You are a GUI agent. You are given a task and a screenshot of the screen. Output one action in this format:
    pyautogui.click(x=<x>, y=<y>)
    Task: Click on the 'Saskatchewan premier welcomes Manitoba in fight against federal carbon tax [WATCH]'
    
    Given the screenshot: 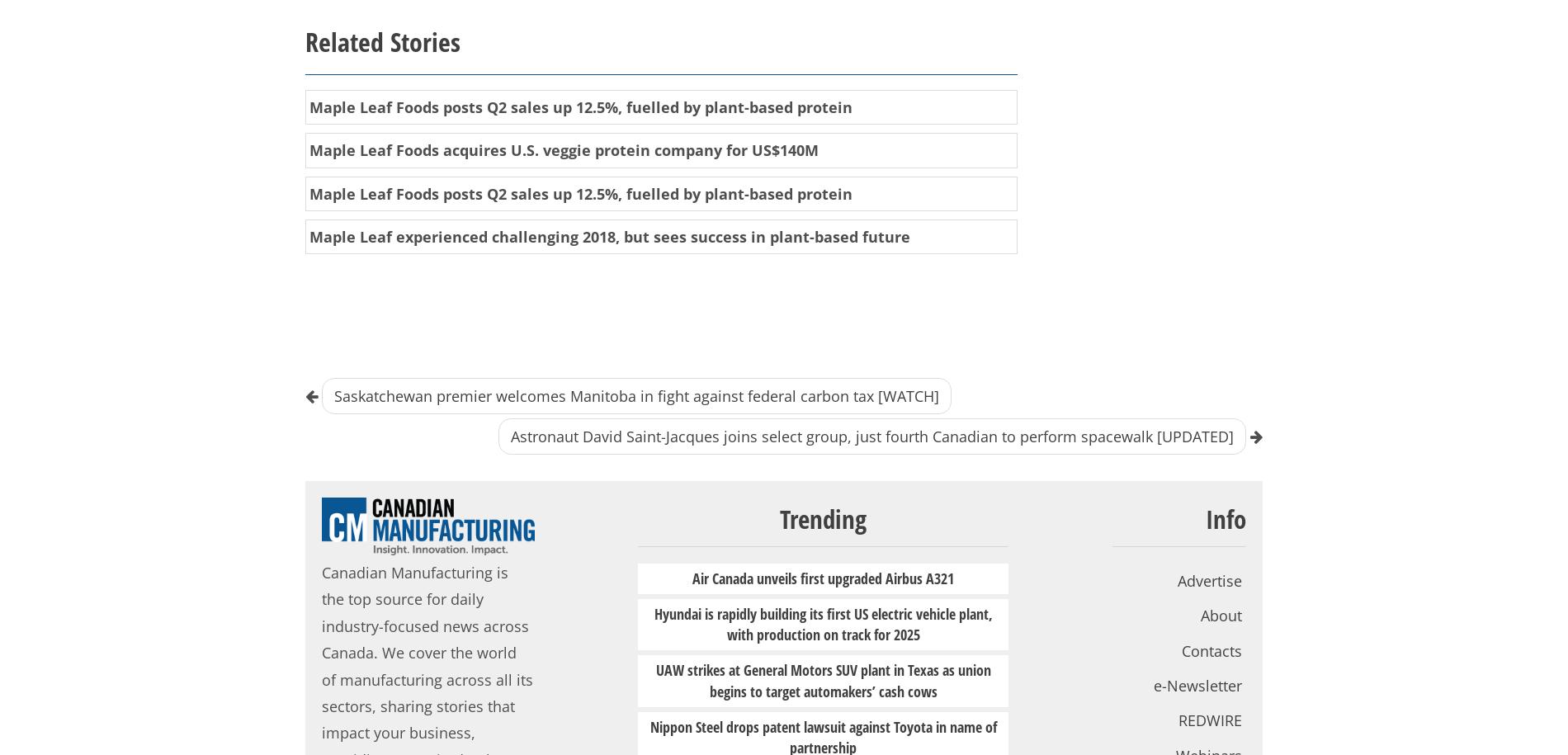 What is the action you would take?
    pyautogui.click(x=635, y=394)
    